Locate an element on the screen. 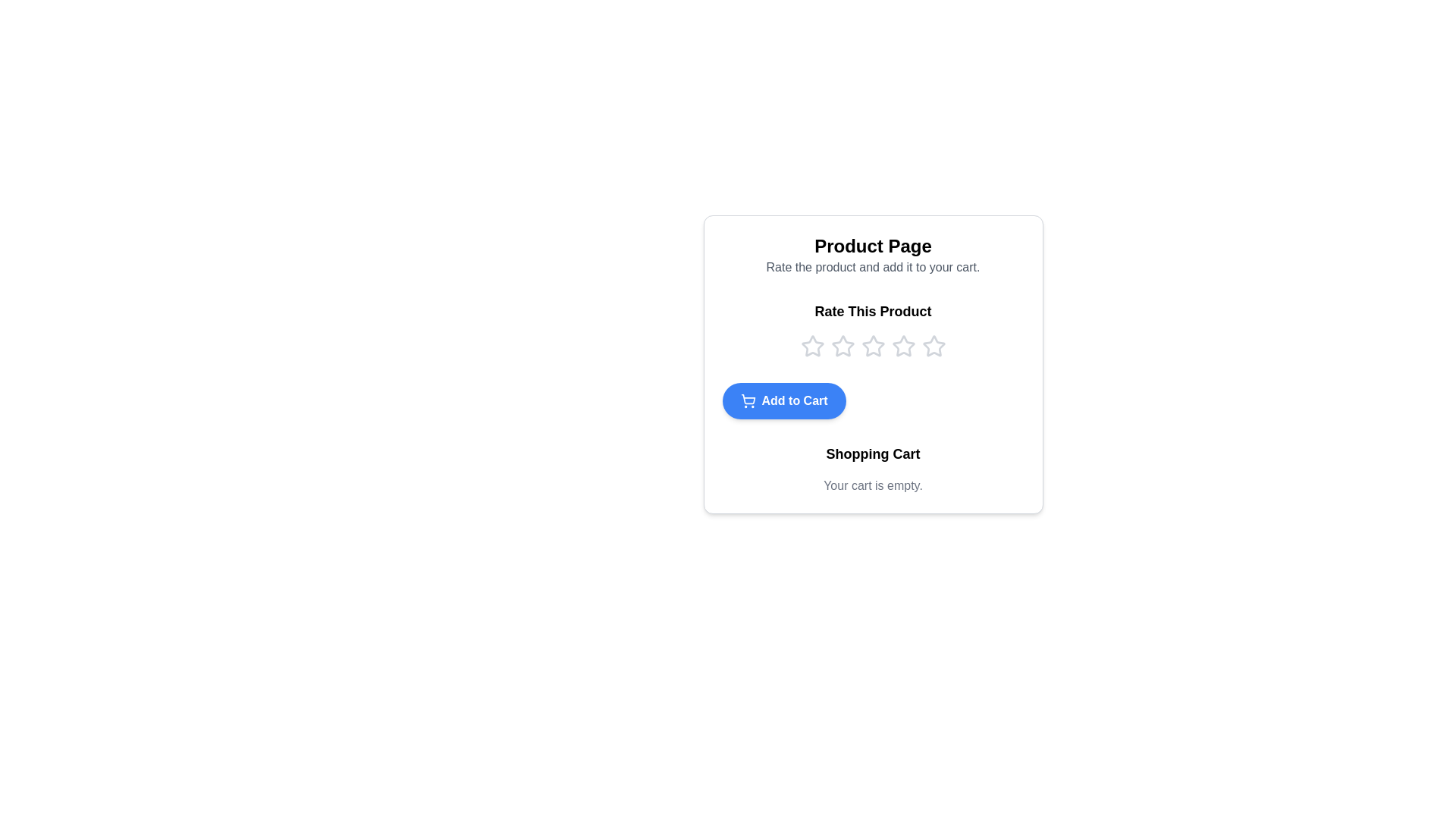  the 'Product Page' text heading, which is prominently displayed at the top of a centered panel within the interface is located at coordinates (873, 245).